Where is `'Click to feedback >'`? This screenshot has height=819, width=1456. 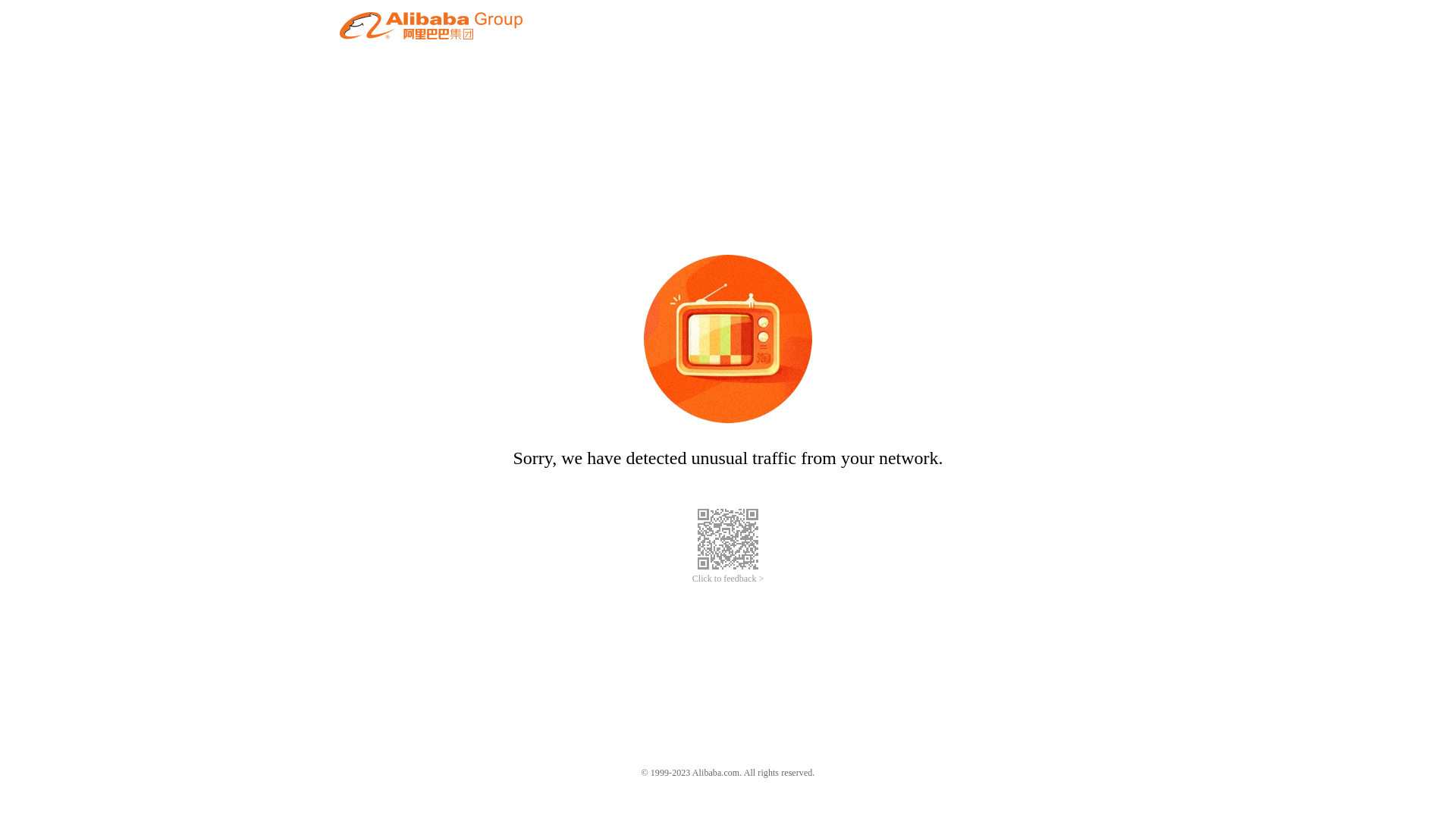
'Click to feedback >' is located at coordinates (691, 579).